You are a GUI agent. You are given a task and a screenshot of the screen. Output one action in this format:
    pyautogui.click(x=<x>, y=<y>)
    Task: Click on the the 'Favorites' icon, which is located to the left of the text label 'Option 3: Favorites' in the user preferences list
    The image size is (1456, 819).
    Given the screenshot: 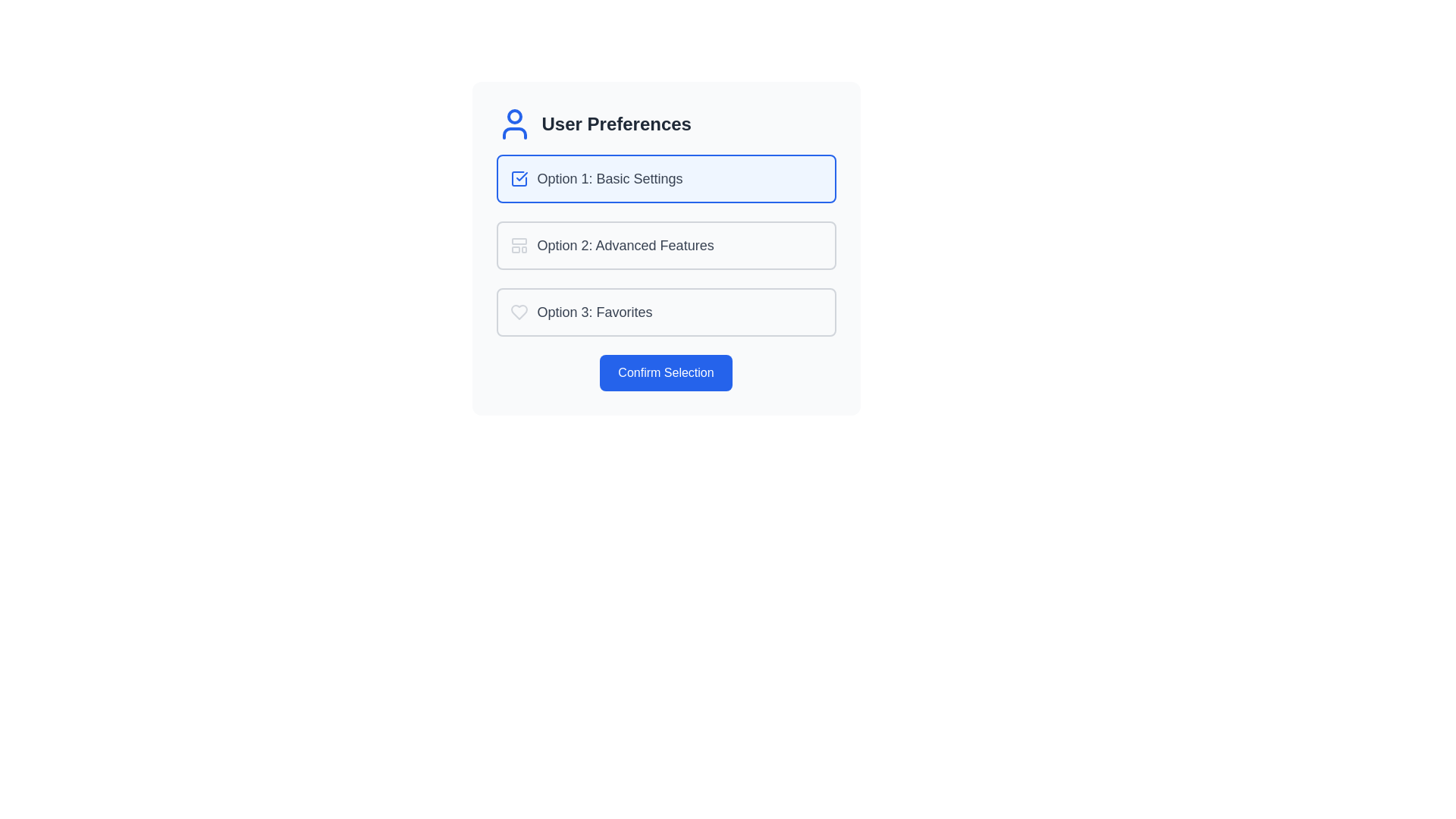 What is the action you would take?
    pyautogui.click(x=519, y=312)
    